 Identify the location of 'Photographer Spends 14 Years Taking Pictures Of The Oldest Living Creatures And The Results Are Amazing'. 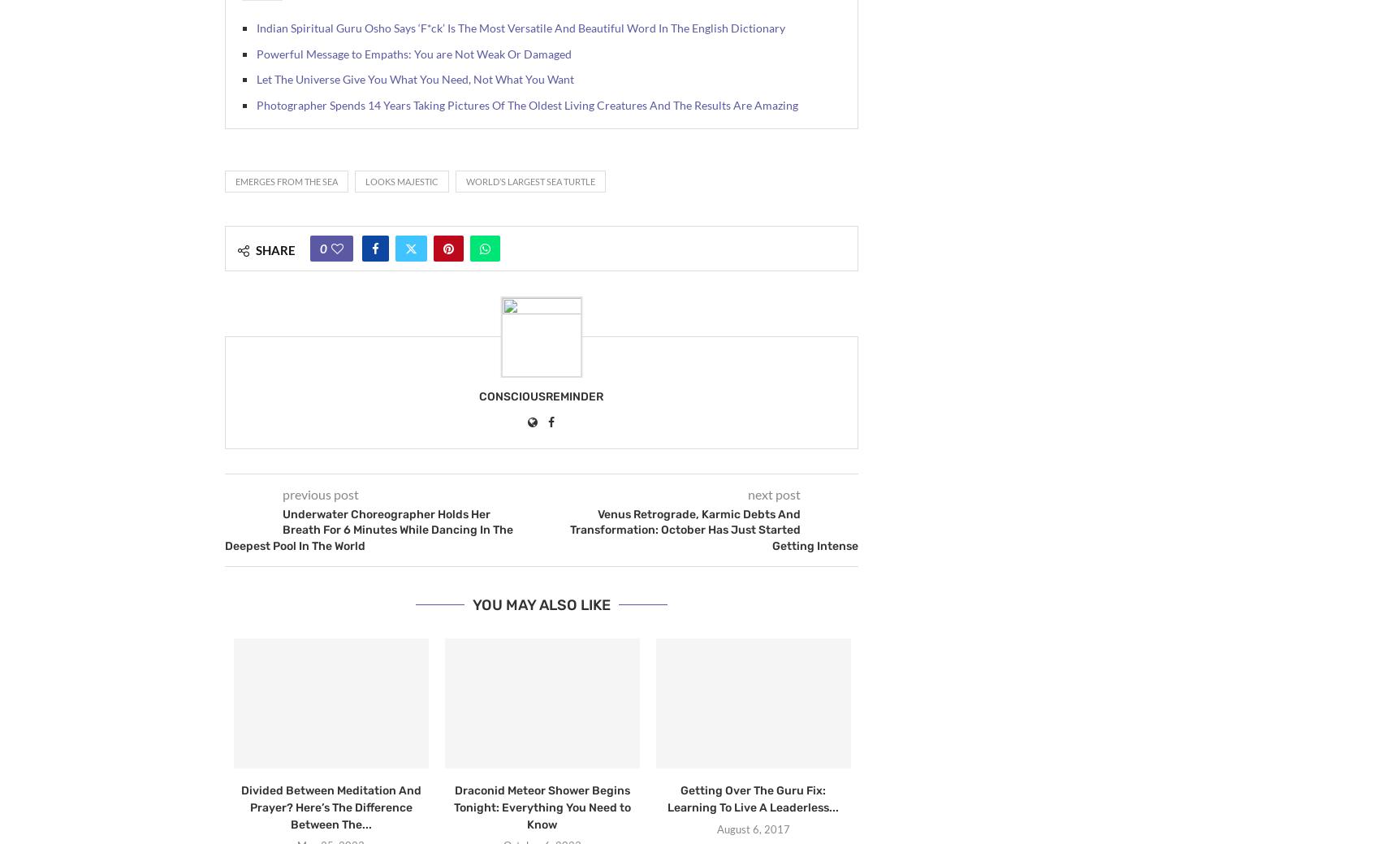
(526, 103).